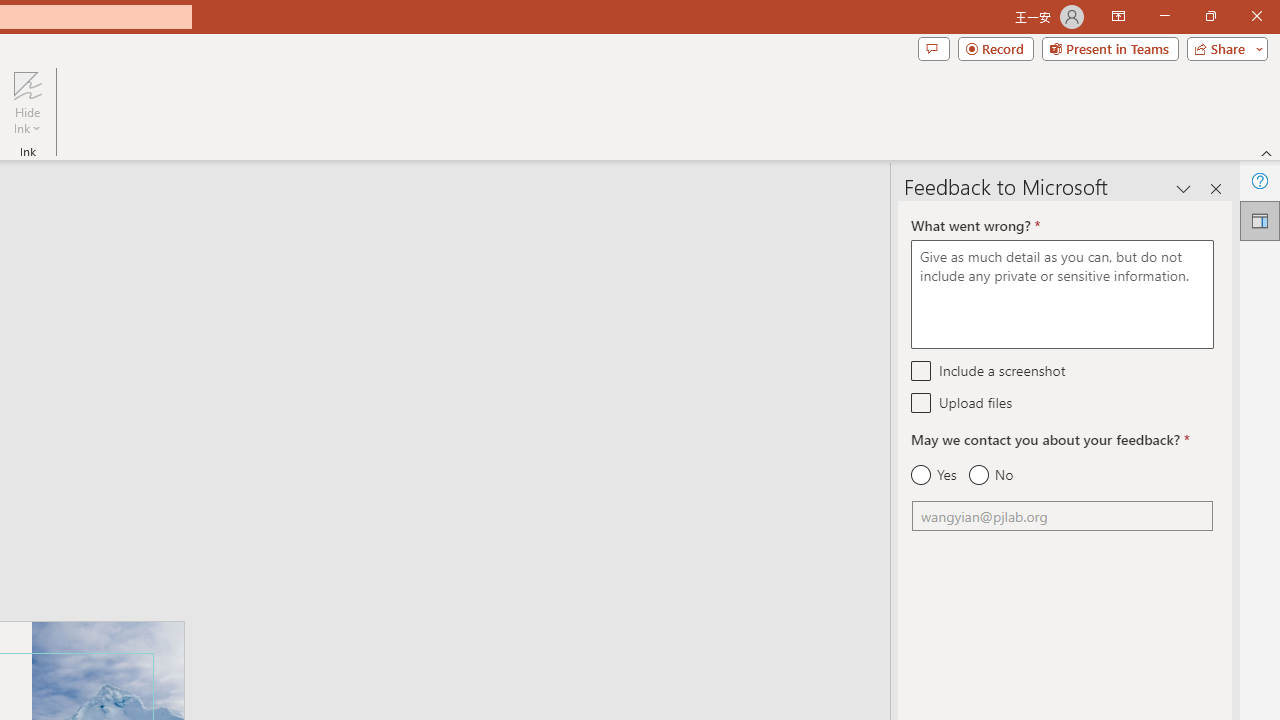 The image size is (1280, 720). I want to click on 'Hide Ink', so click(27, 84).